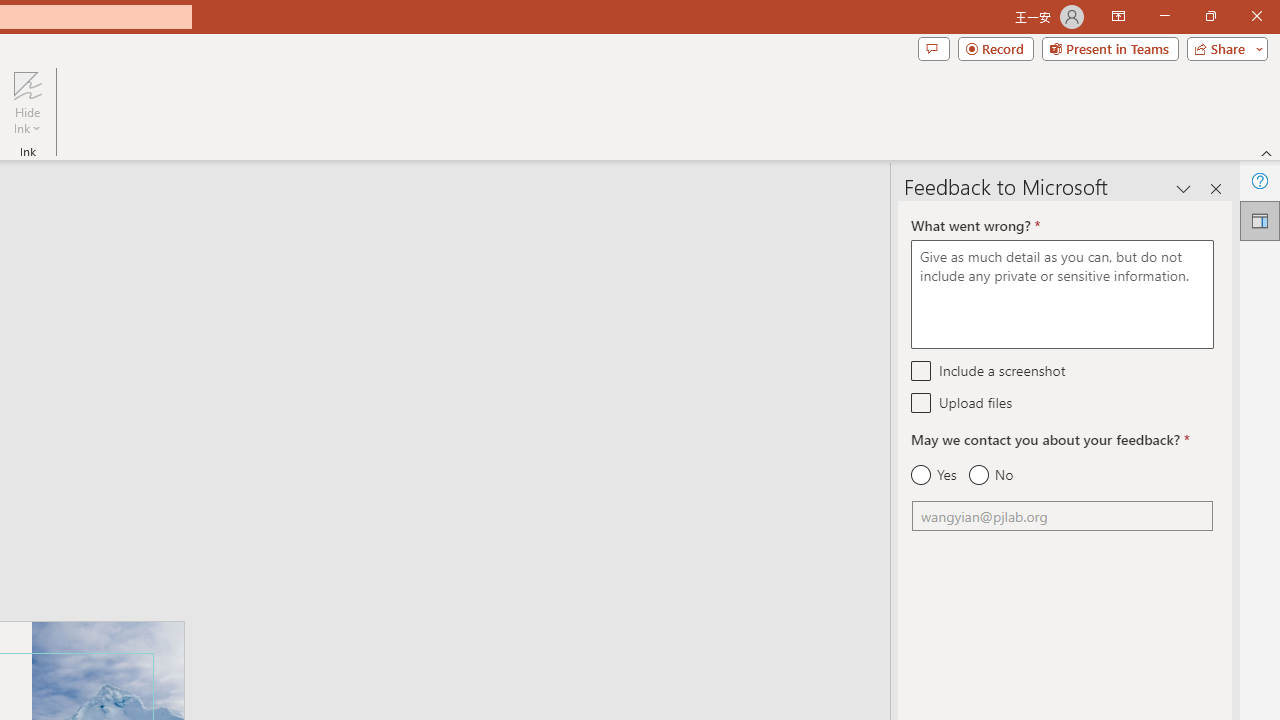 The image size is (1280, 720). I want to click on 'Hide Ink', so click(27, 84).